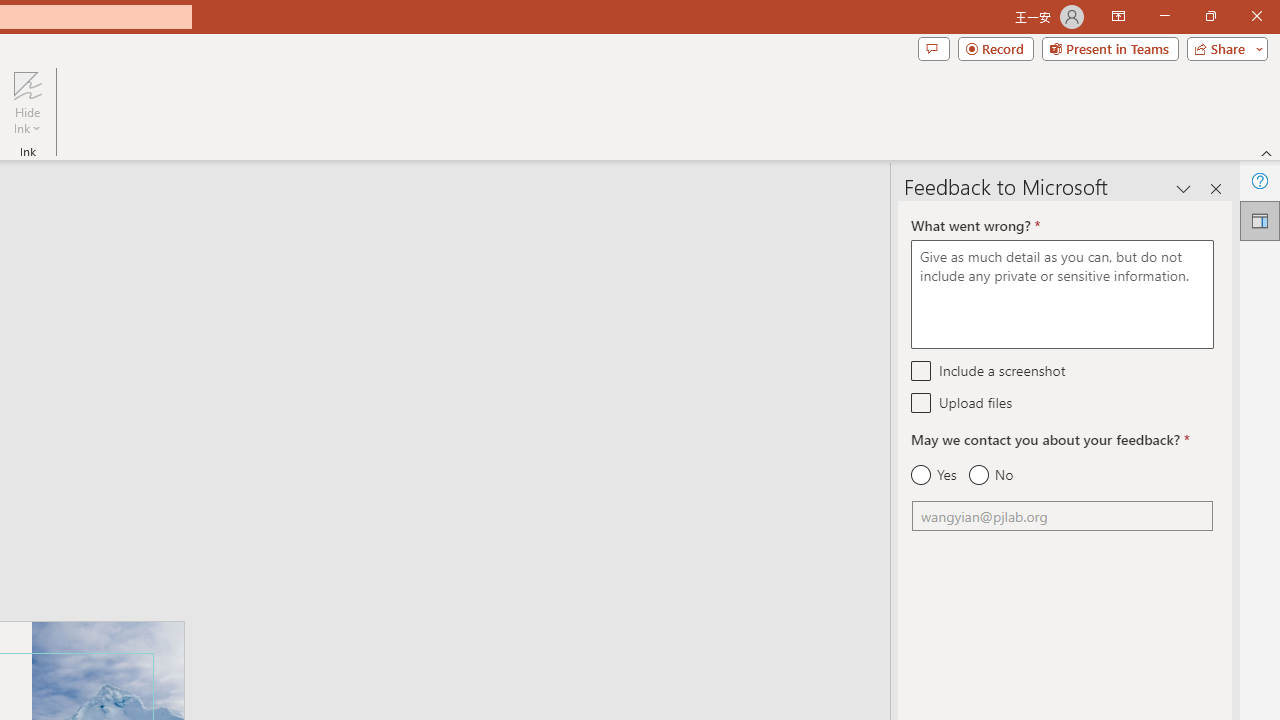 The image size is (1280, 720). I want to click on 'Hide Ink', so click(27, 84).